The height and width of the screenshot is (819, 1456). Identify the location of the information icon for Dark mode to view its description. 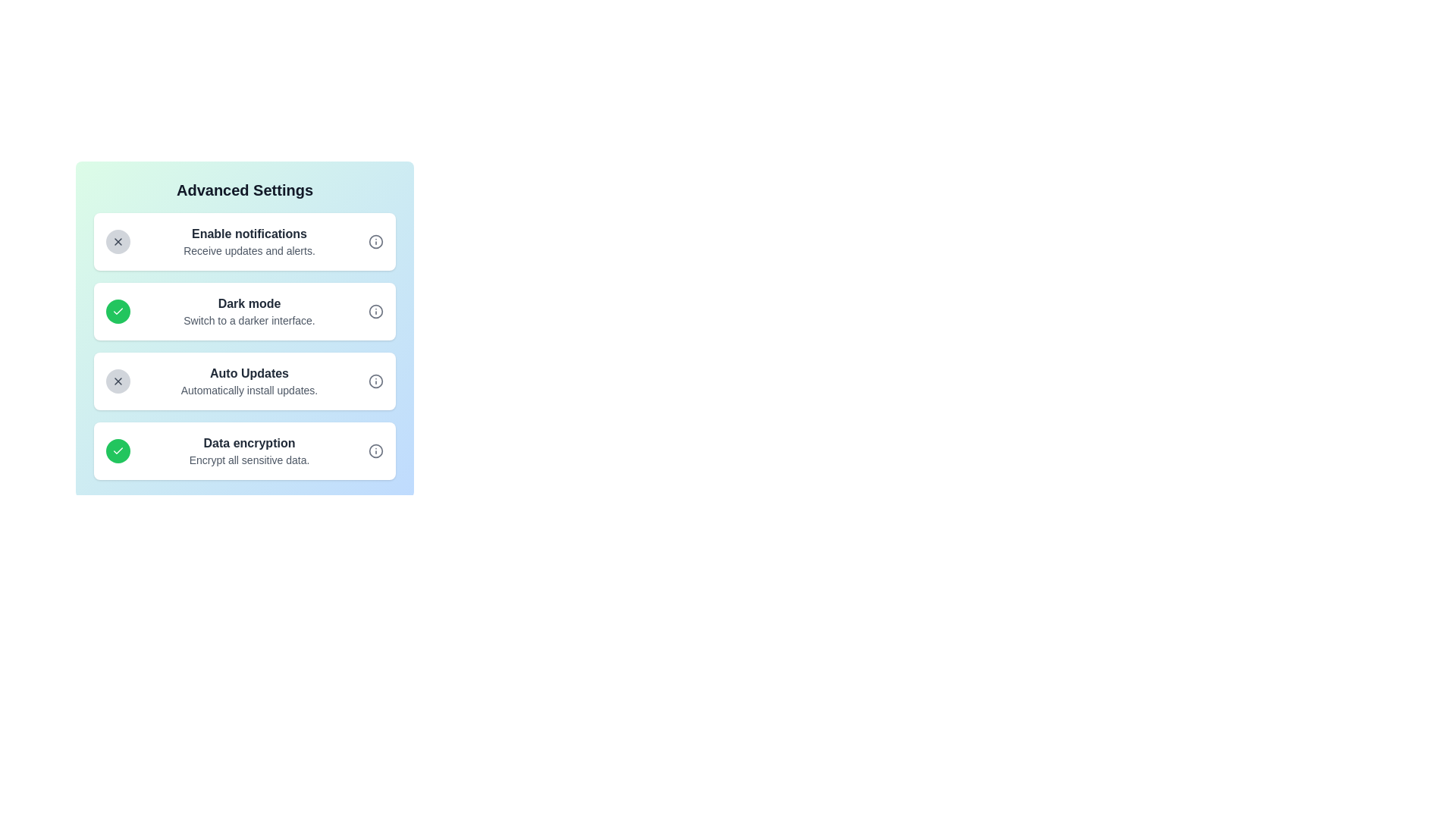
(375, 311).